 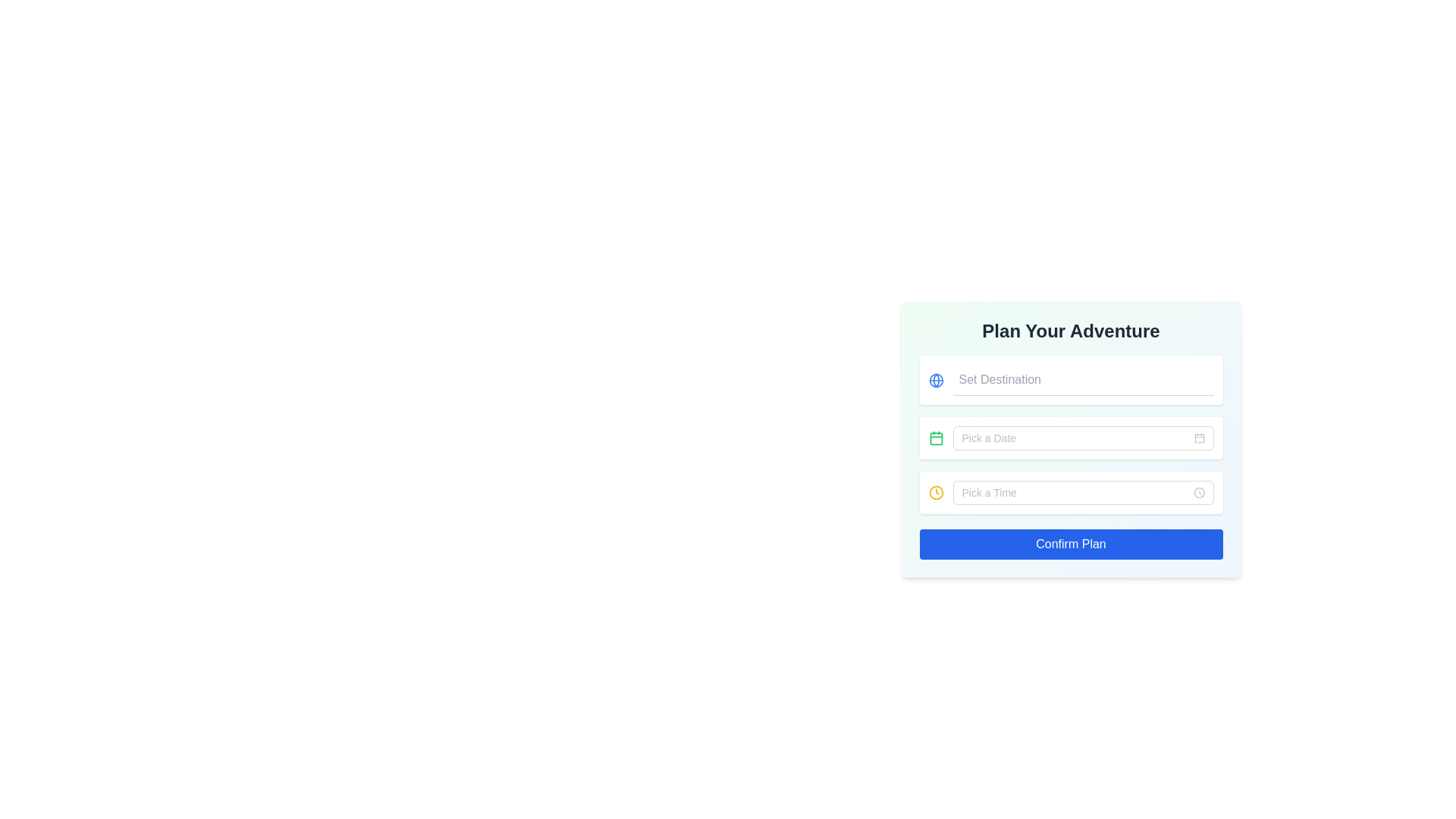 What do you see at coordinates (1082, 493) in the screenshot?
I see `the Input field for time selection located at the bottom of the input fields in the 'Plan Your Adventure' section` at bounding box center [1082, 493].